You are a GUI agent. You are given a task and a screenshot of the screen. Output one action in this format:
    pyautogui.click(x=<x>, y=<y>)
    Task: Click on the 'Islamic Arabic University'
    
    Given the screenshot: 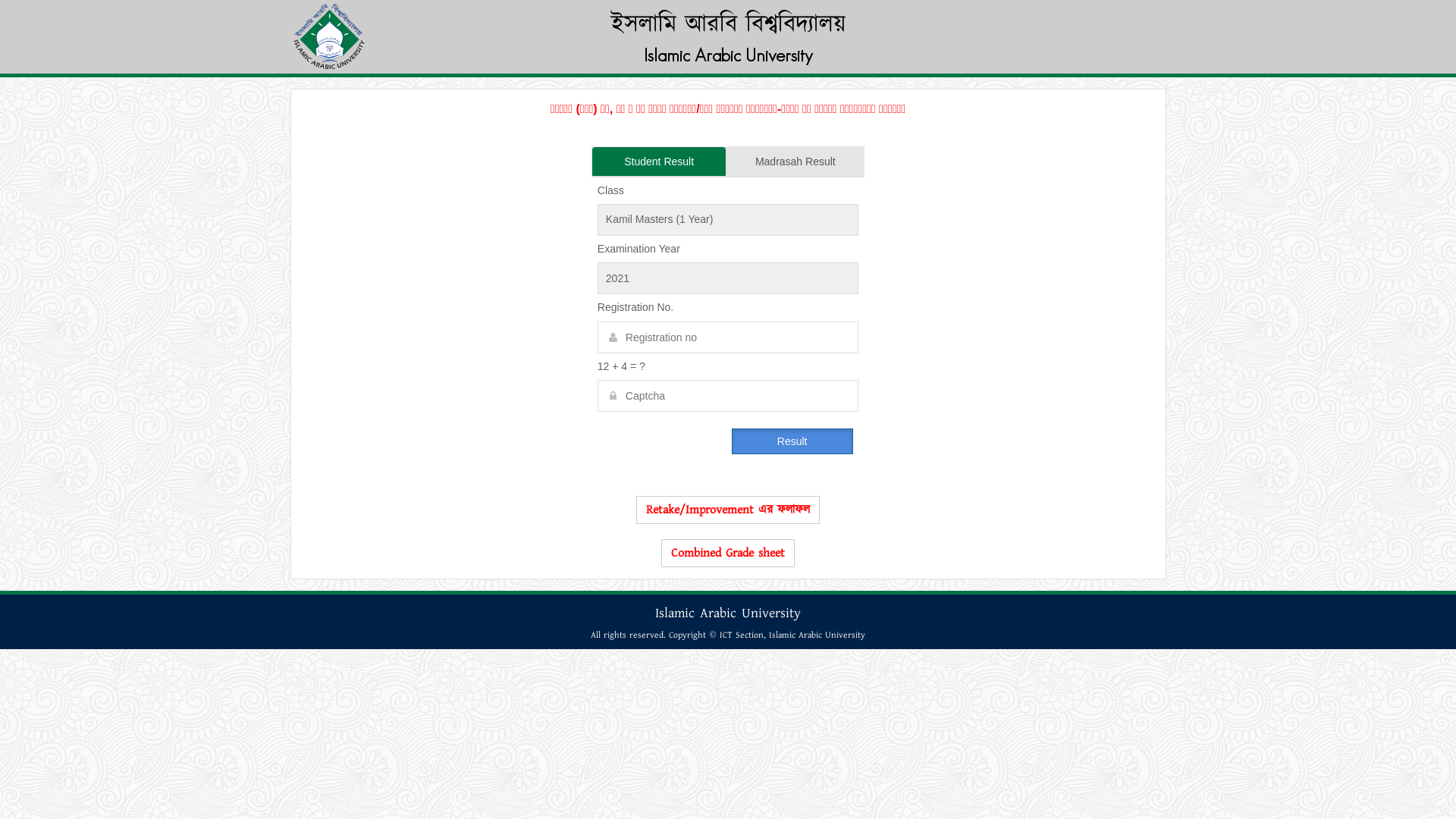 What is the action you would take?
    pyautogui.click(x=816, y=635)
    